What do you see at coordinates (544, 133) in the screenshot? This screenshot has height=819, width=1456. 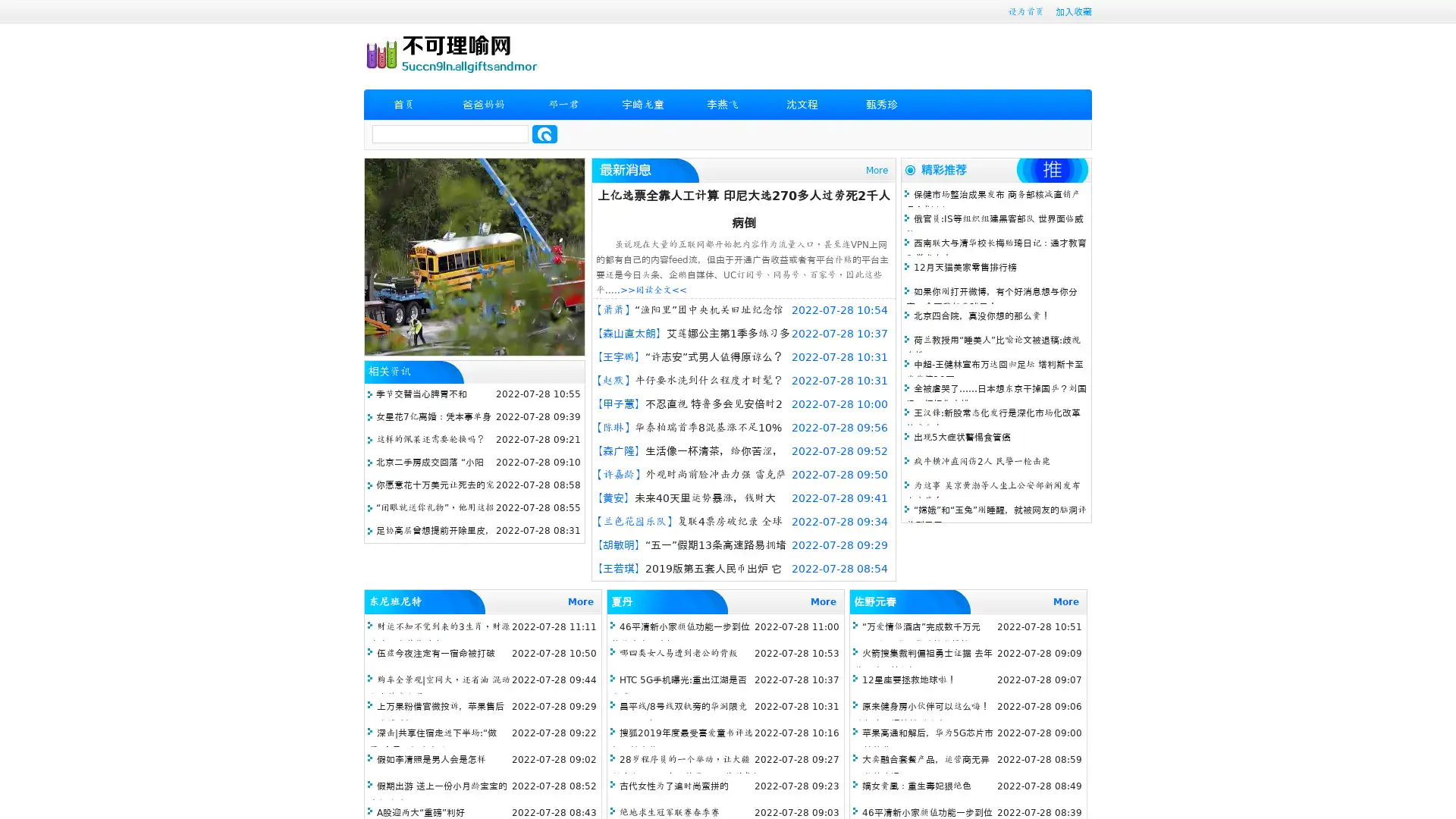 I see `Search` at bounding box center [544, 133].